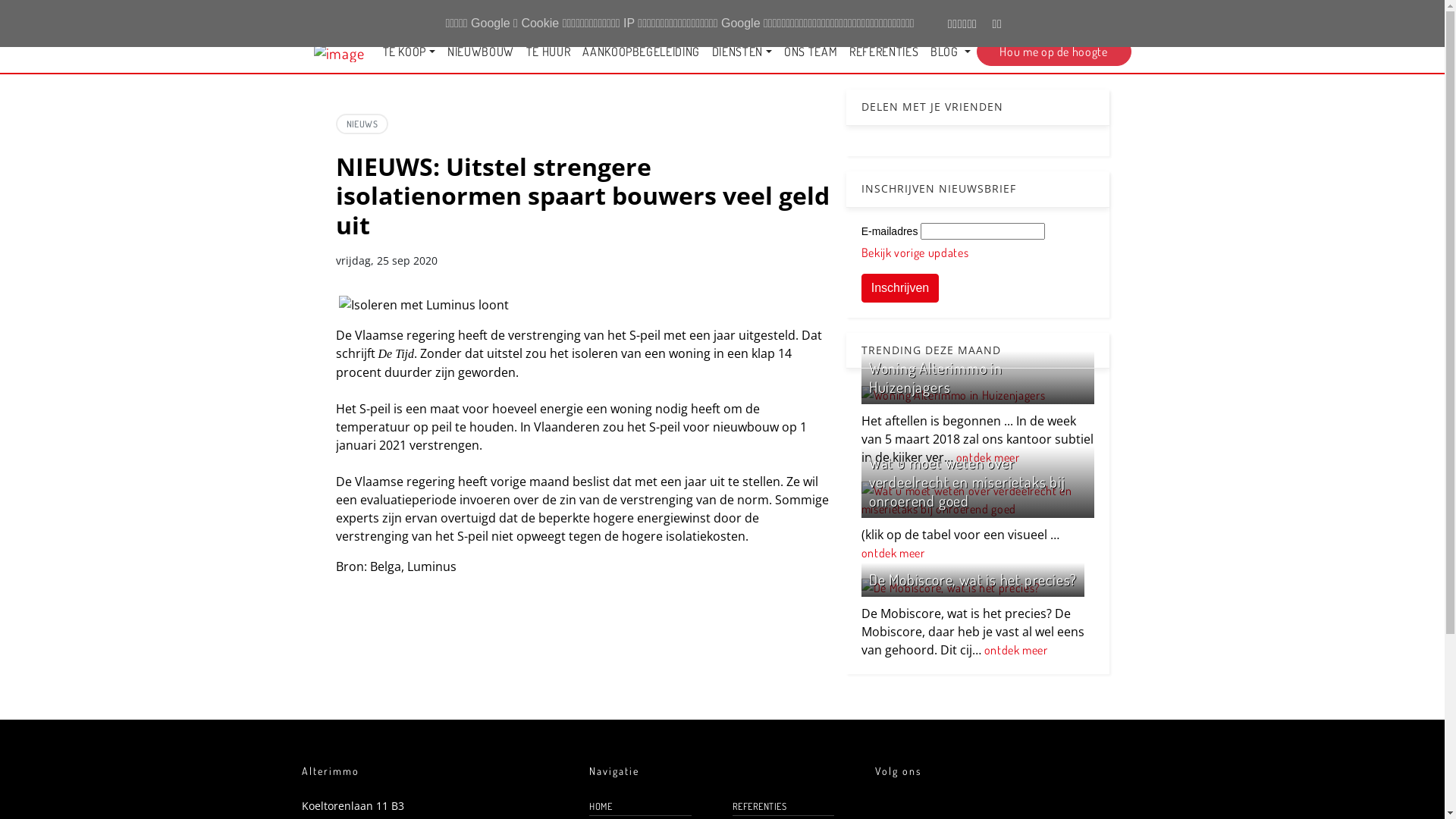 Image resolution: width=1456 pixels, height=819 pixels. What do you see at coordinates (705, 51) in the screenshot?
I see `'DIENSTEN'` at bounding box center [705, 51].